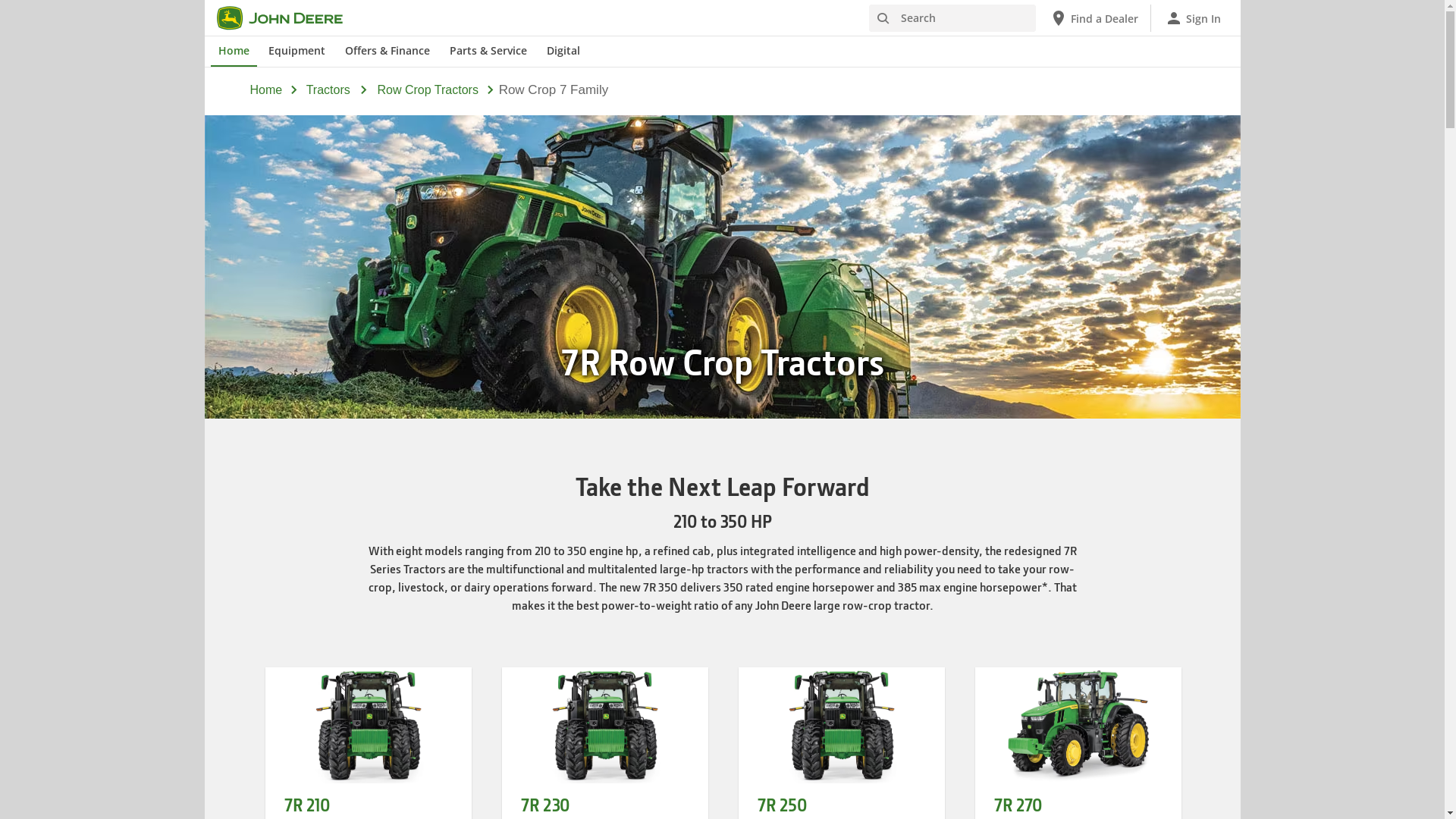 This screenshot has width=1456, height=819. Describe the element at coordinates (427, 90) in the screenshot. I see `'Row Crop Tractors'` at that location.